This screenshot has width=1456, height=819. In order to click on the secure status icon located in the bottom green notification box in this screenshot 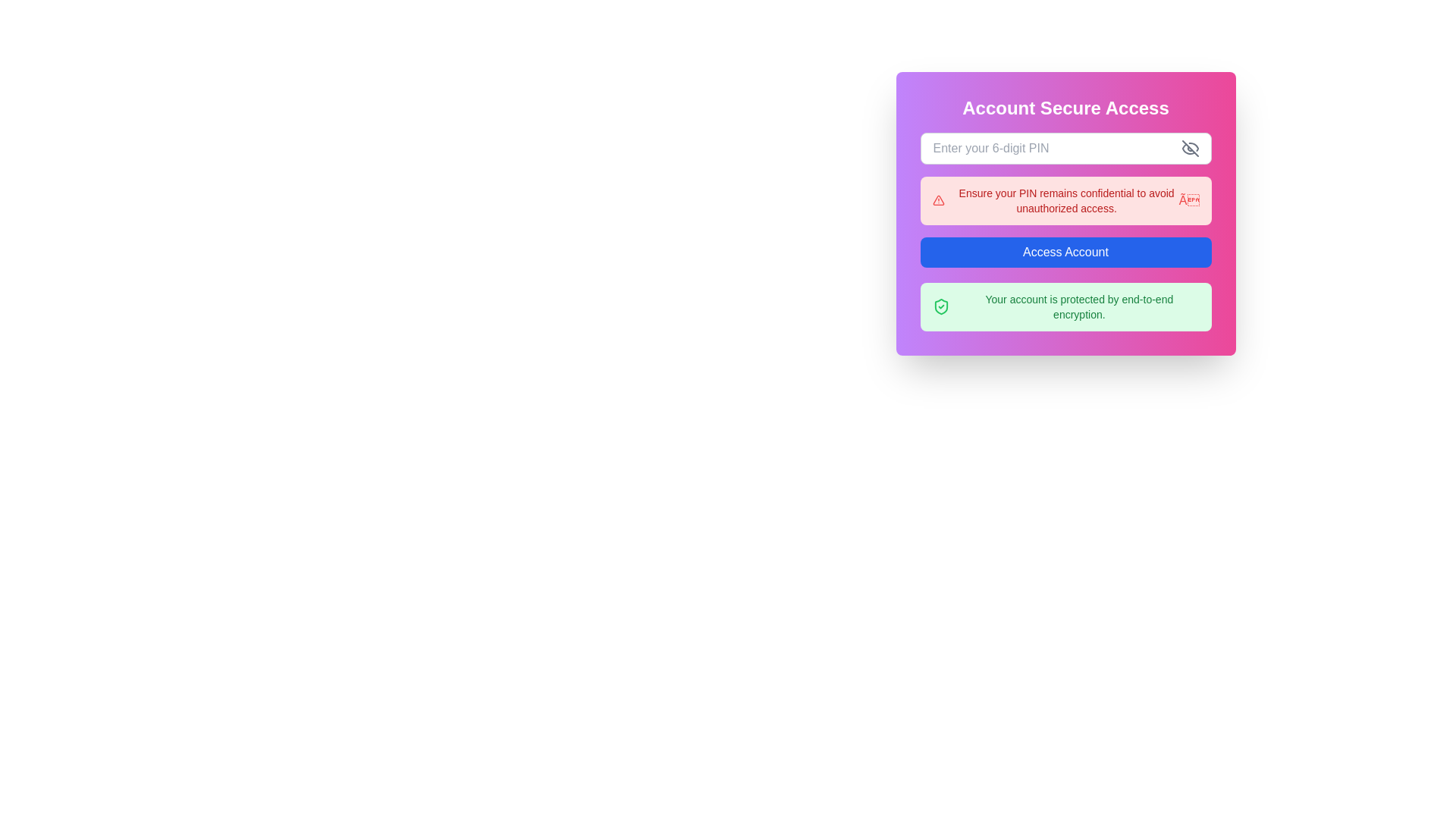, I will do `click(940, 307)`.